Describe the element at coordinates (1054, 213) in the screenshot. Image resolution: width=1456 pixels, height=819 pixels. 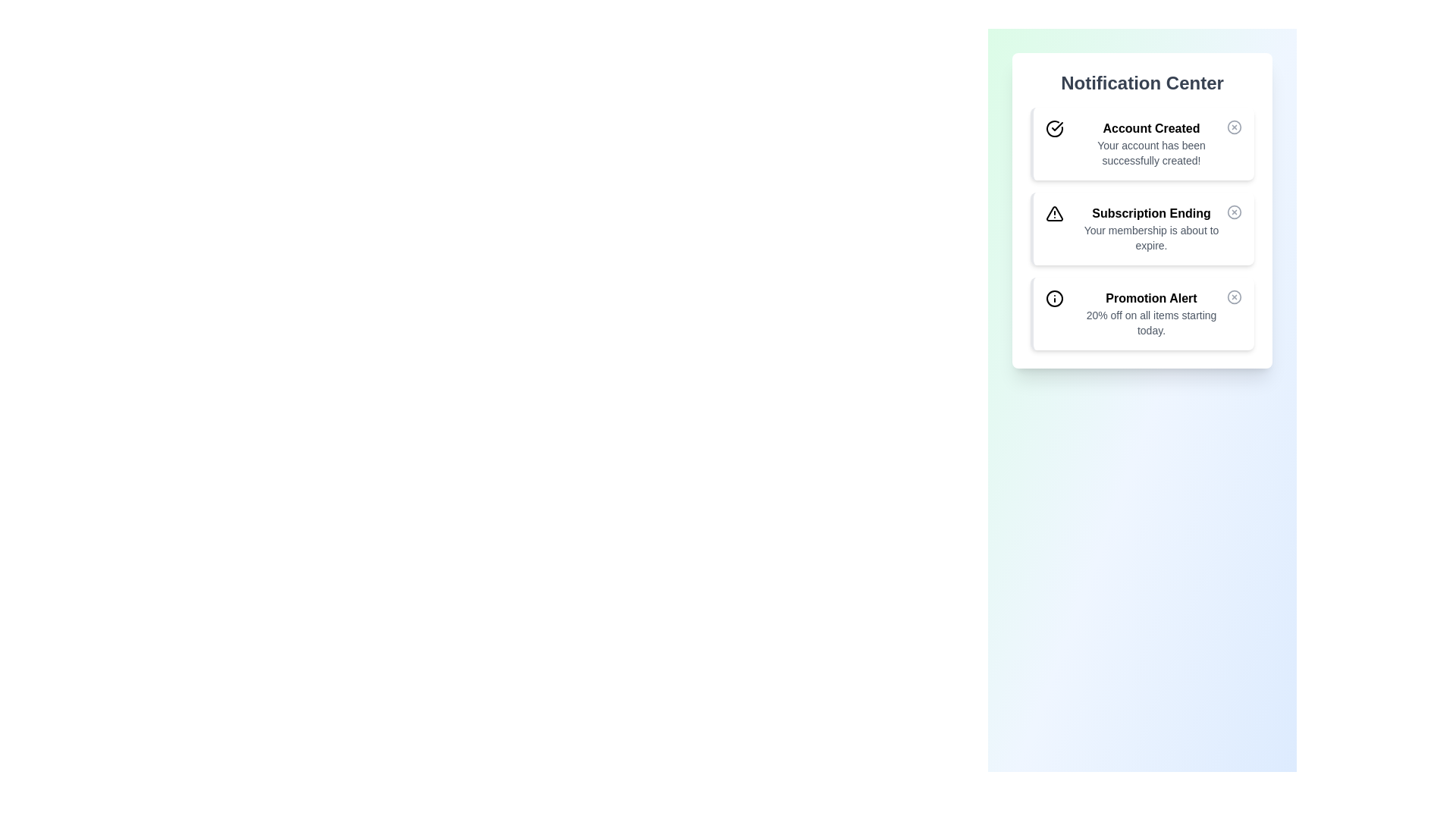
I see `the triangular warning icon with an exclamation mark located within the notification card stating 'Subscription Ending Your membership is about to expire.' This icon is positioned to the left of the title text 'Subscription Ending.'` at that location.